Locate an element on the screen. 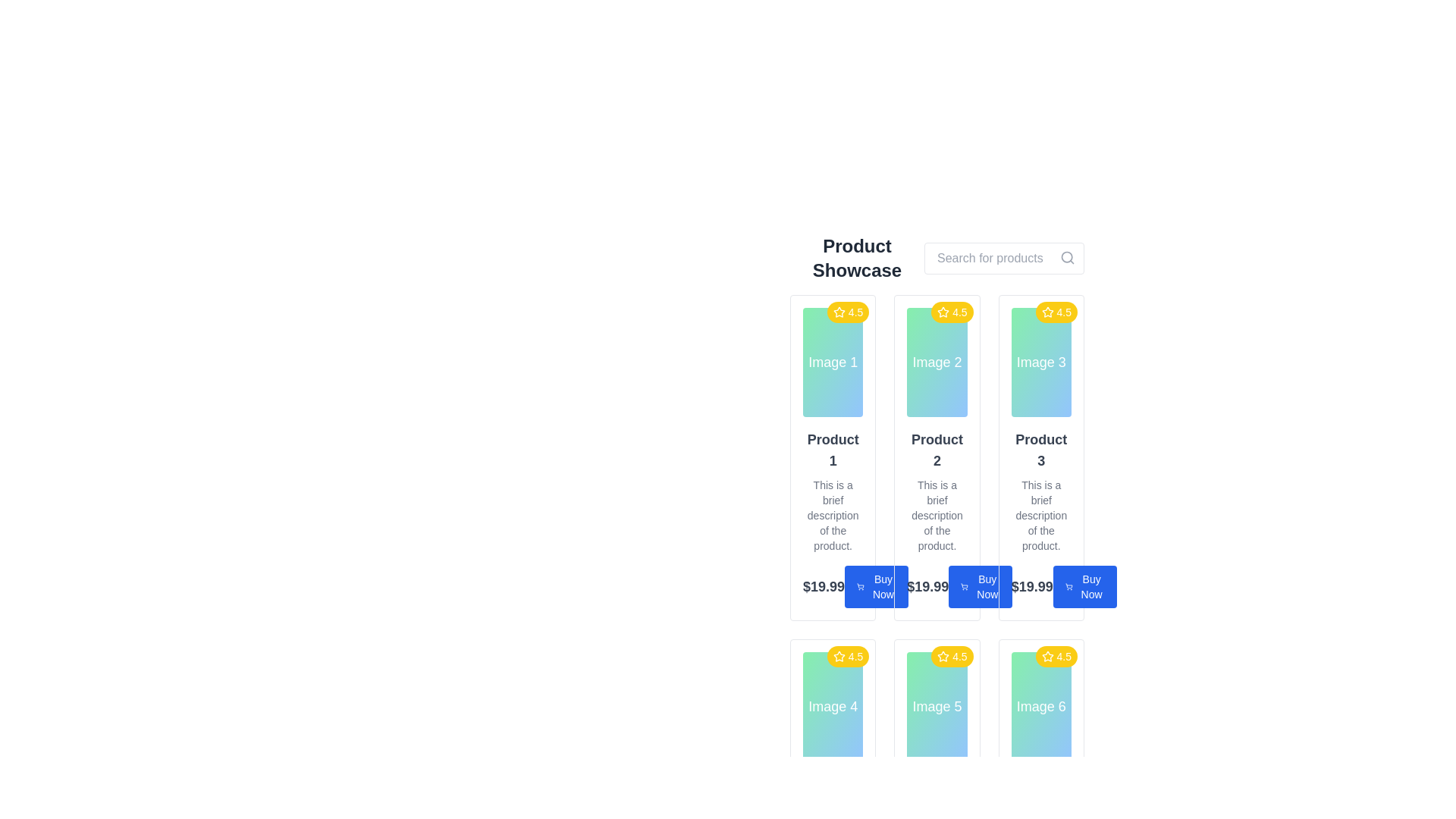  the rating value displayed by the icon located at the top-left corner of the product card for 'Image 5', which shows the text '4.5' is located at coordinates (943, 655).